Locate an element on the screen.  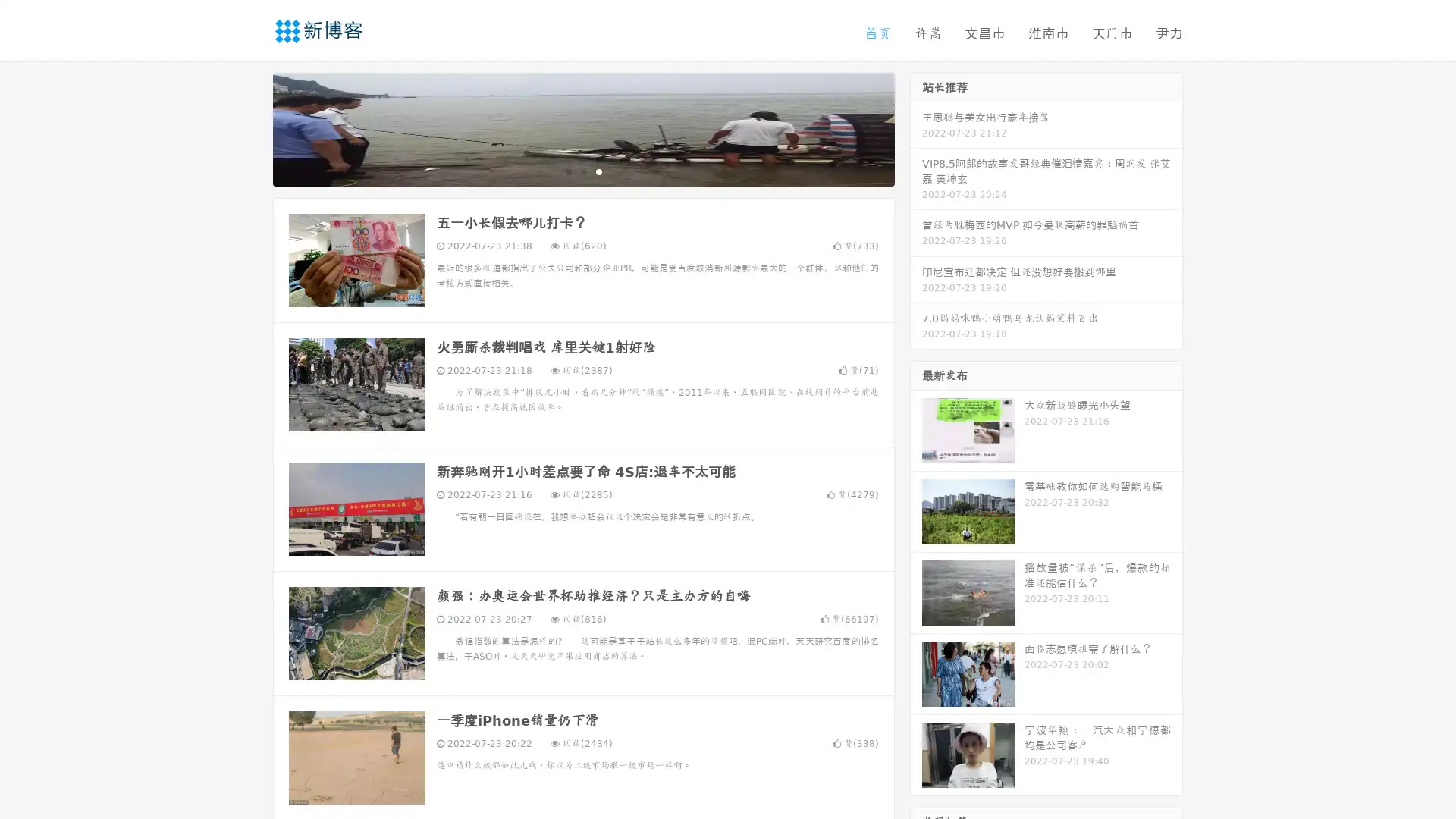
Go to slide 3 is located at coordinates (598, 171).